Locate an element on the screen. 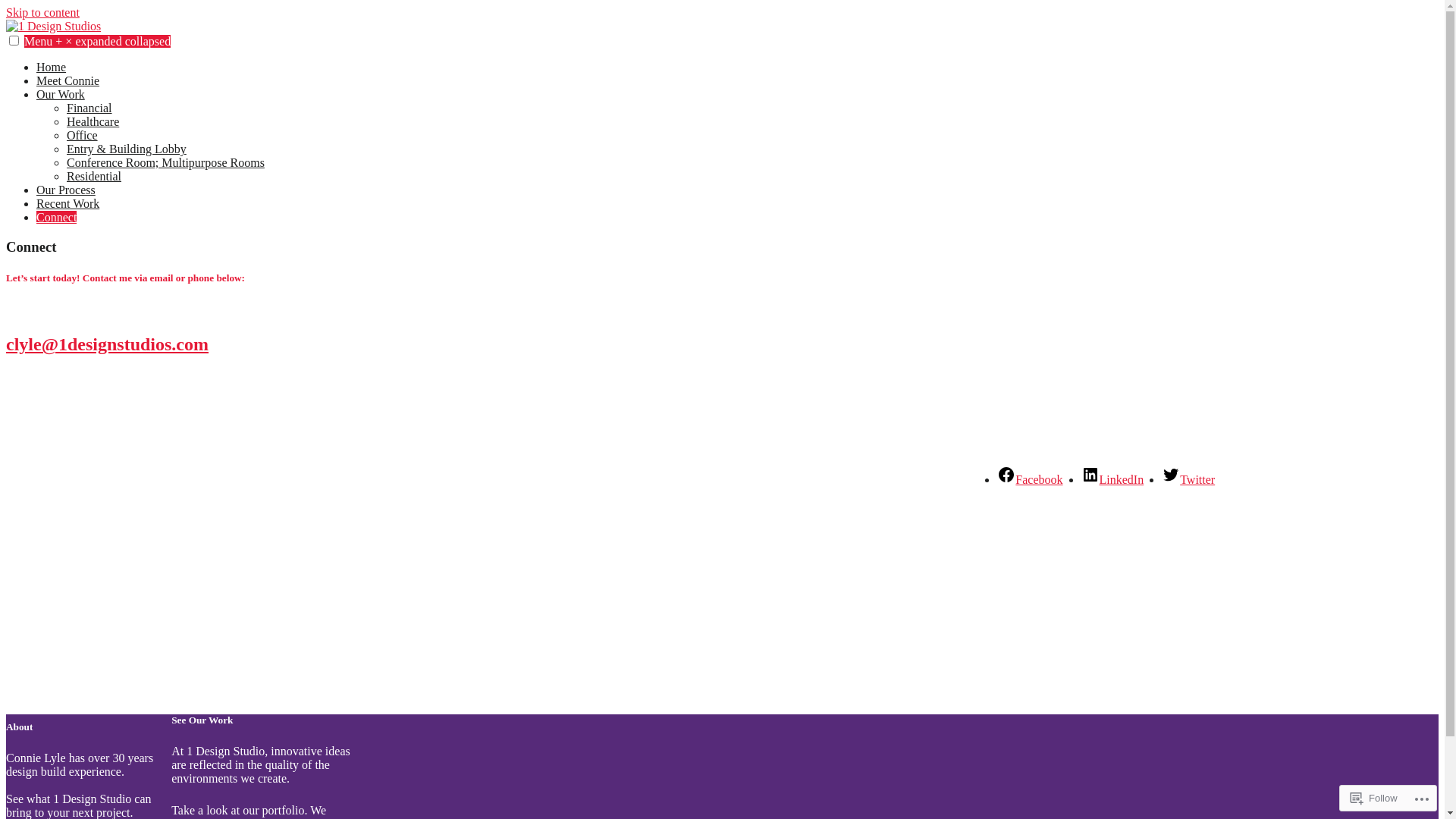  'Twitter' is located at coordinates (1187, 479).